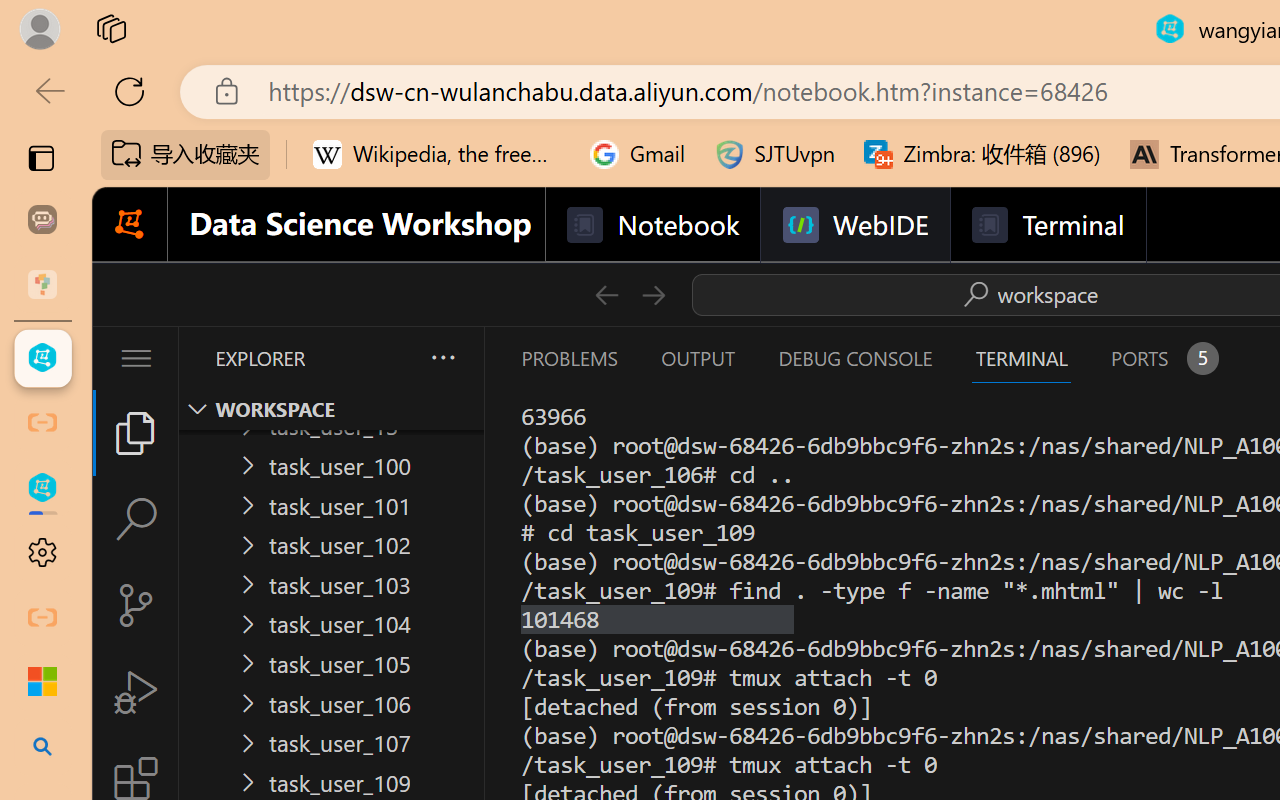 This screenshot has width=1280, height=800. What do you see at coordinates (696, 358) in the screenshot?
I see `'Output (Ctrl+Shift+U)'` at bounding box center [696, 358].